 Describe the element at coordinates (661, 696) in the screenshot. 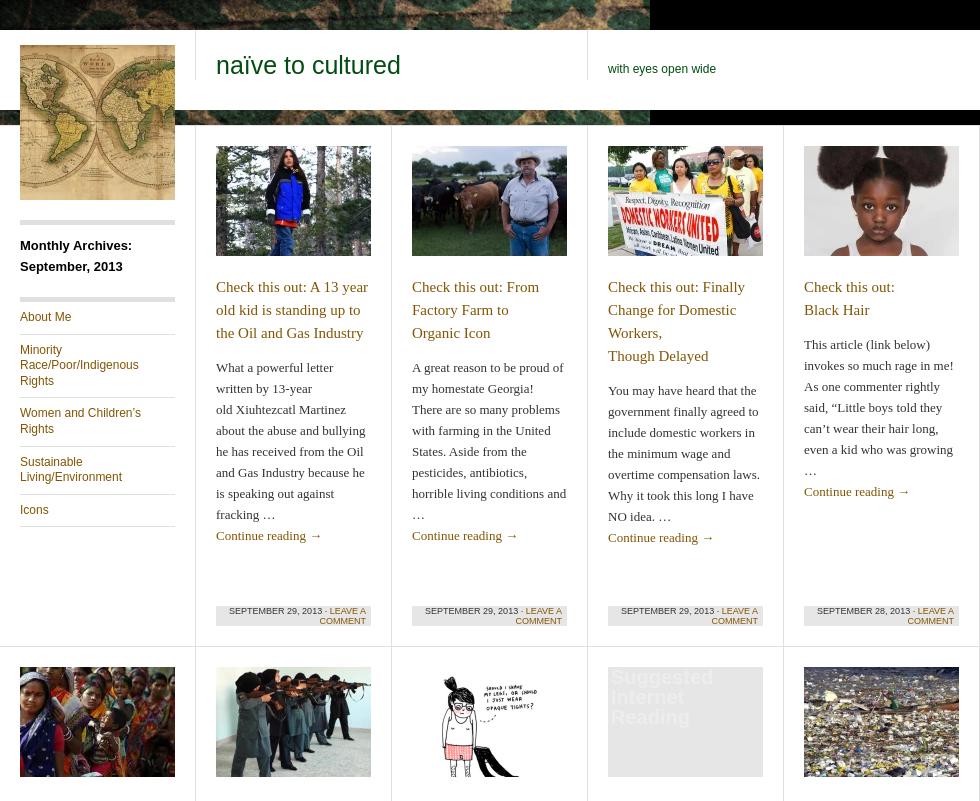

I see `'Suggested Internet Reading'` at that location.